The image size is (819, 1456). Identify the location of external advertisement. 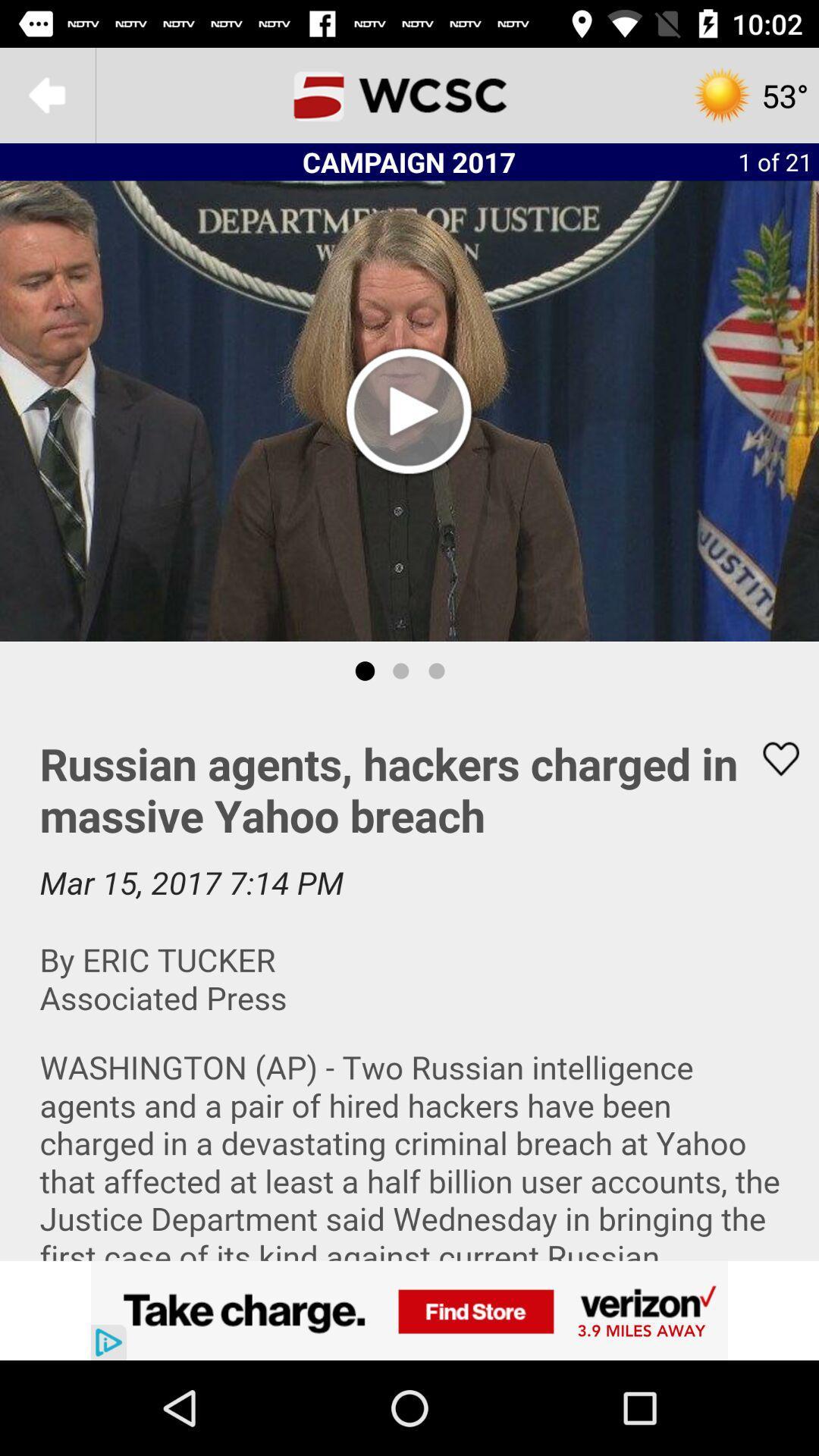
(409, 1310).